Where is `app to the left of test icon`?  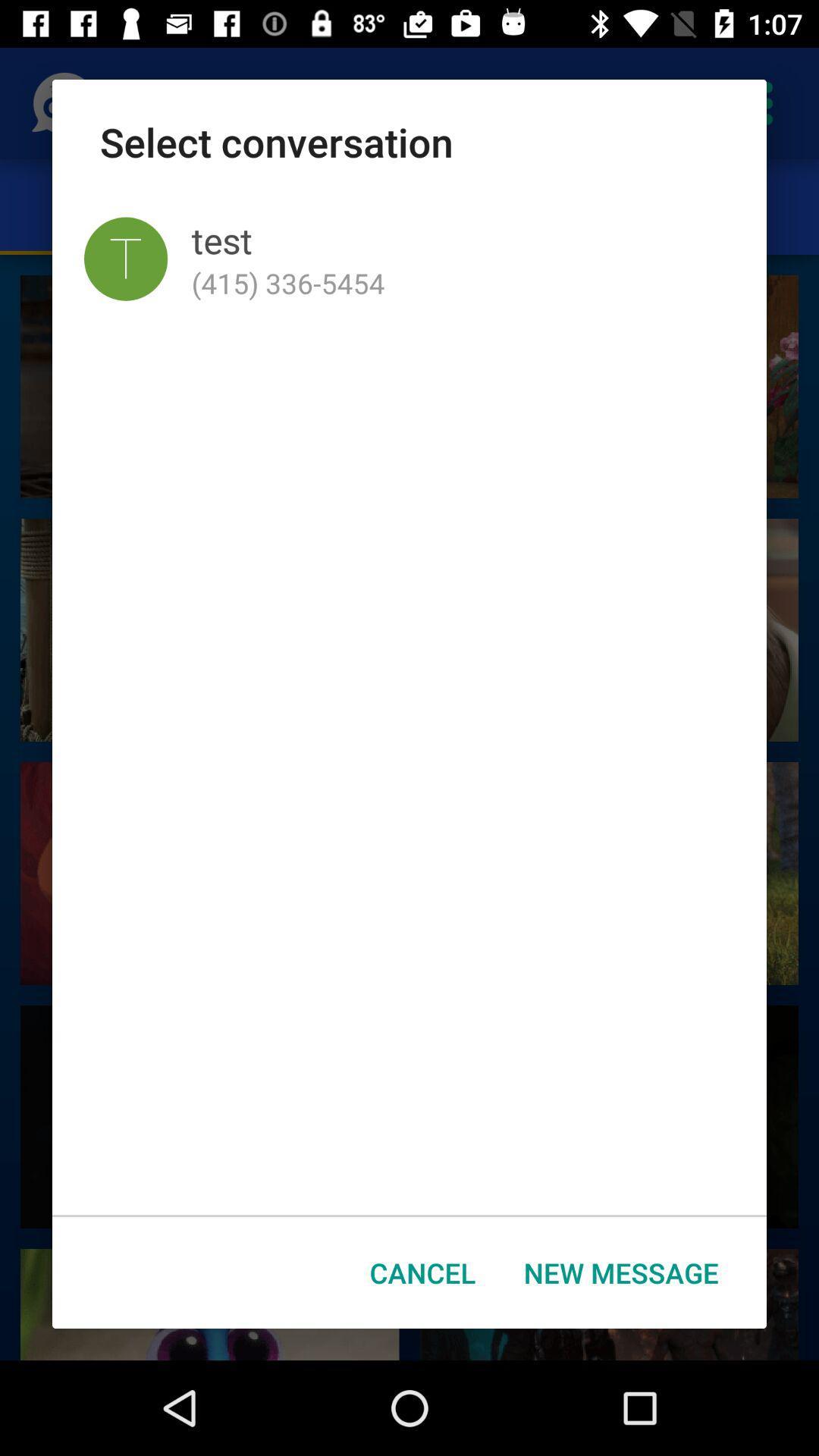 app to the left of test icon is located at coordinates (125, 259).